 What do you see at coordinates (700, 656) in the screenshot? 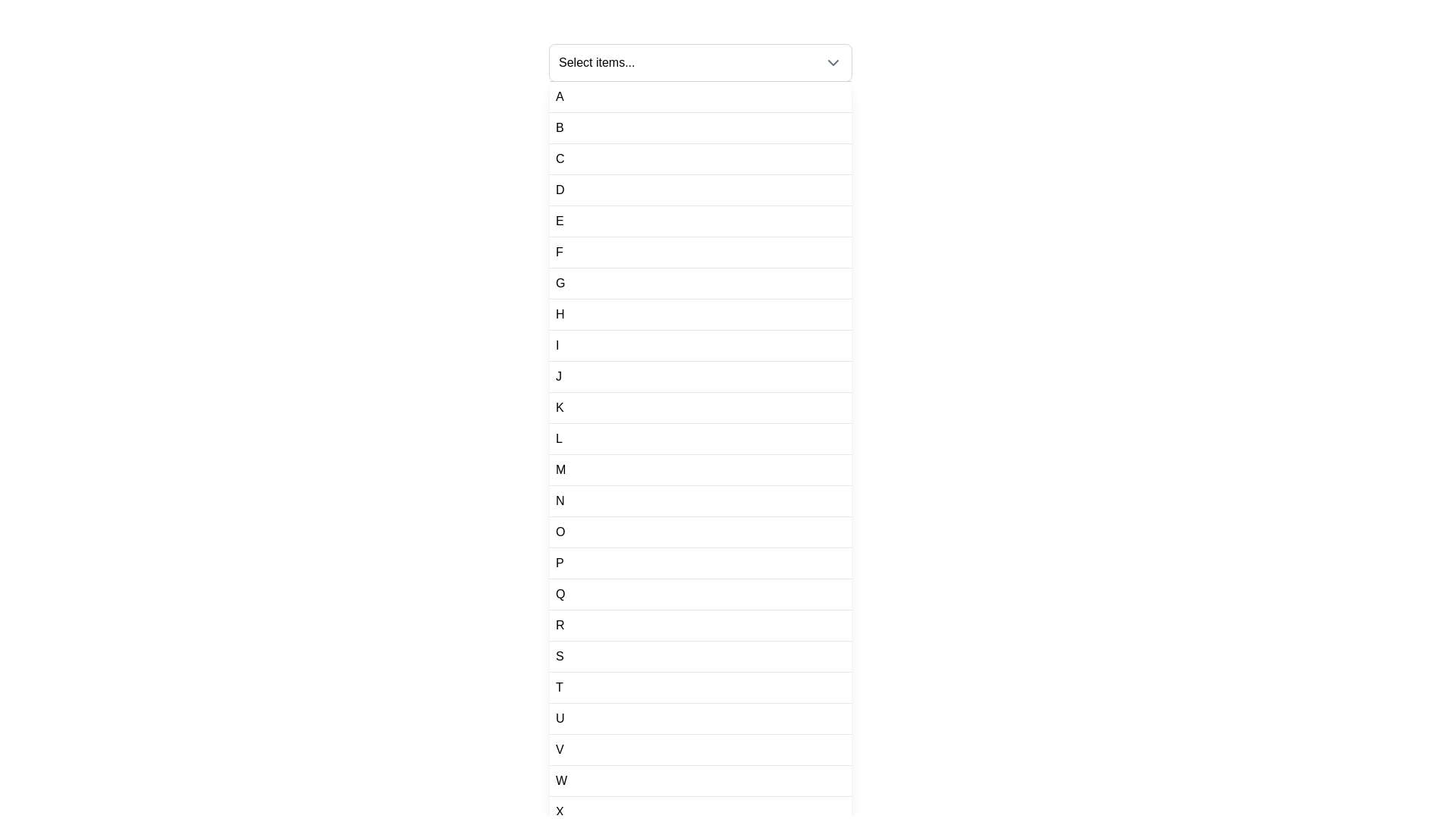
I see `the list item displaying the letter 'S' in a vertically ordered list of letters A-Z, positioned between 'R' and 'T'` at bounding box center [700, 656].